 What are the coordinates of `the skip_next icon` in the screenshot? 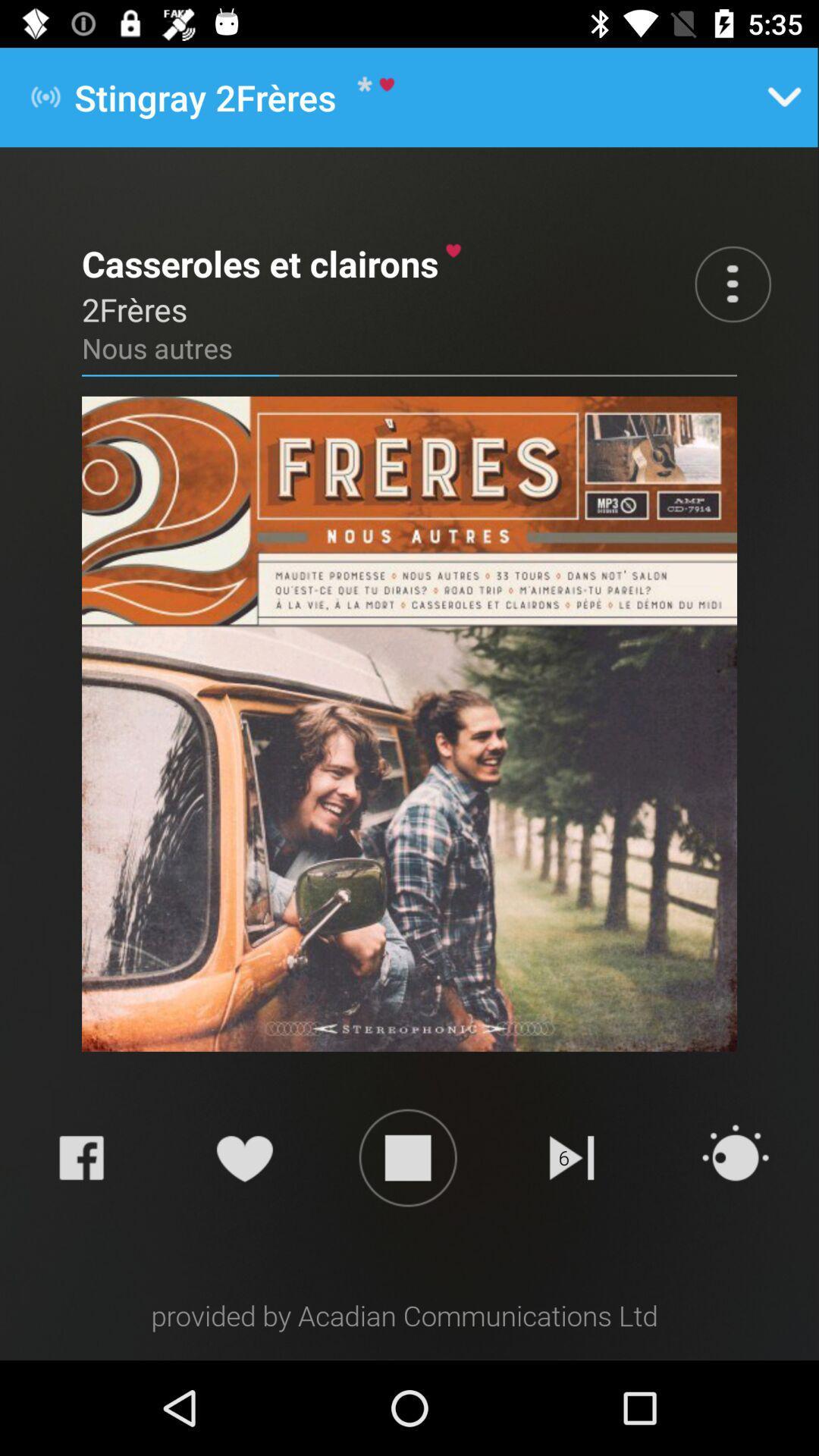 It's located at (572, 1156).